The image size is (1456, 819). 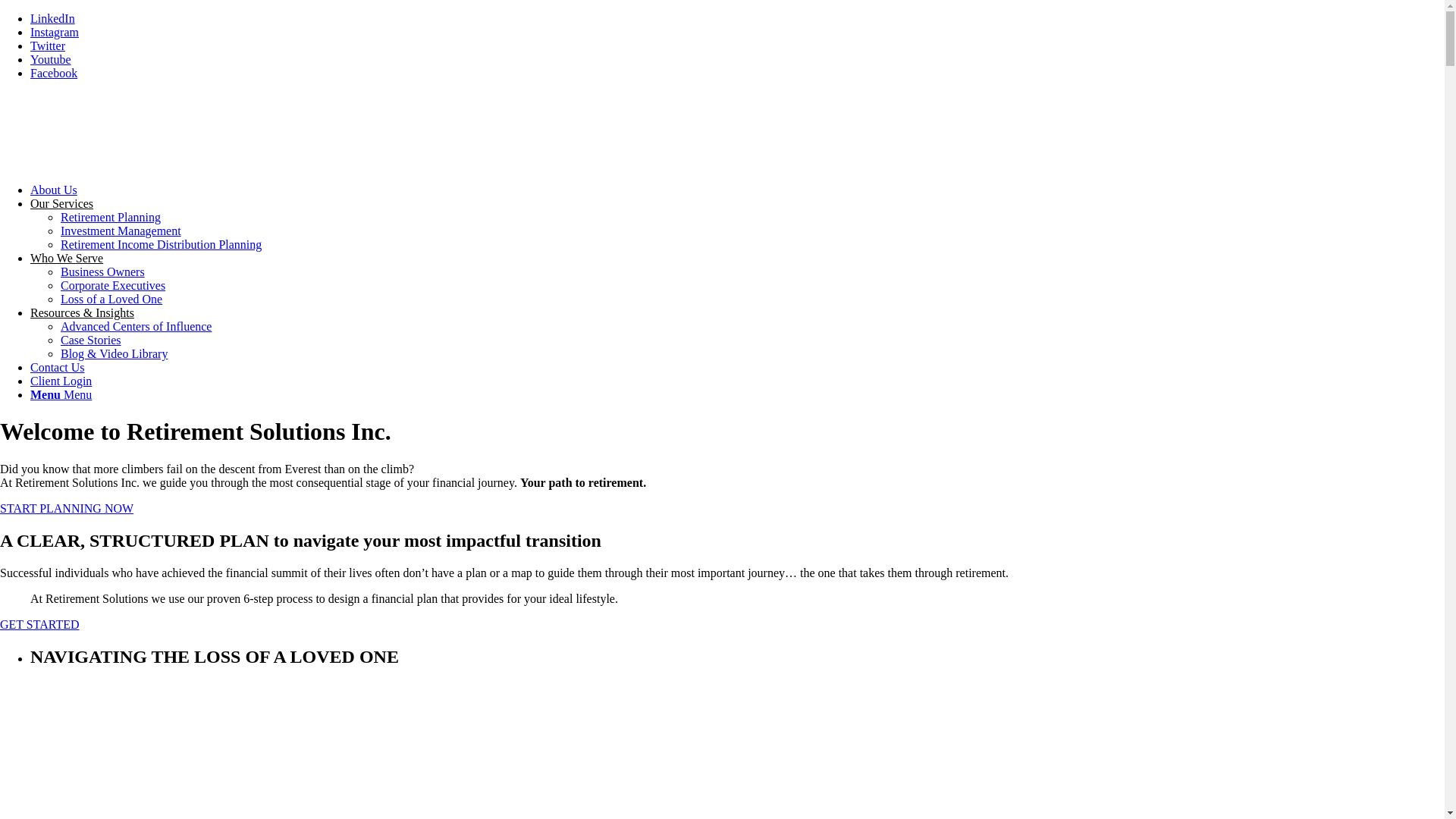 I want to click on 'START PLANNING NOW', so click(x=65, y=508).